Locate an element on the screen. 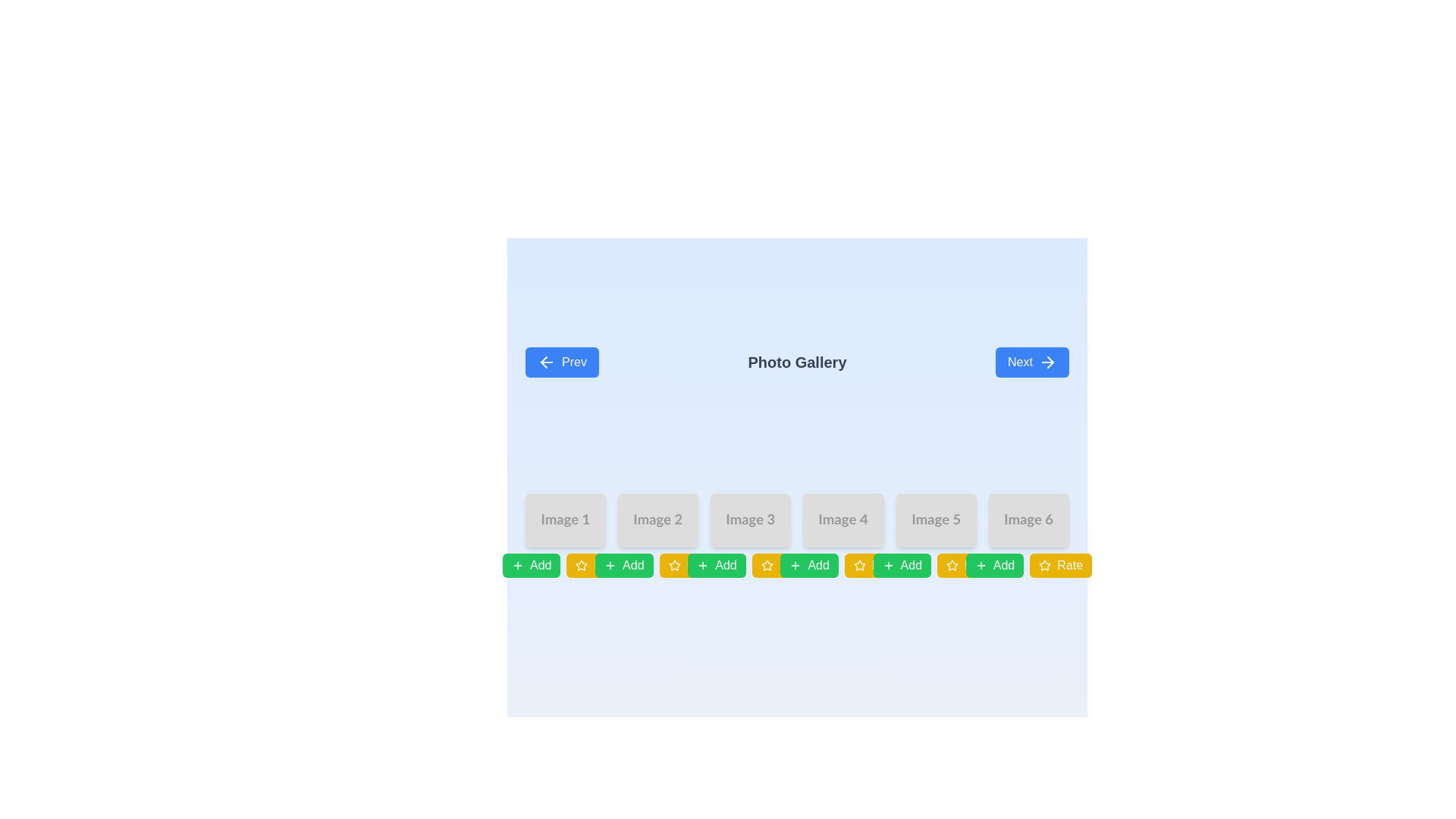 This screenshot has height=819, width=1456. the image placeholder component in the photo gallery is located at coordinates (565, 519).